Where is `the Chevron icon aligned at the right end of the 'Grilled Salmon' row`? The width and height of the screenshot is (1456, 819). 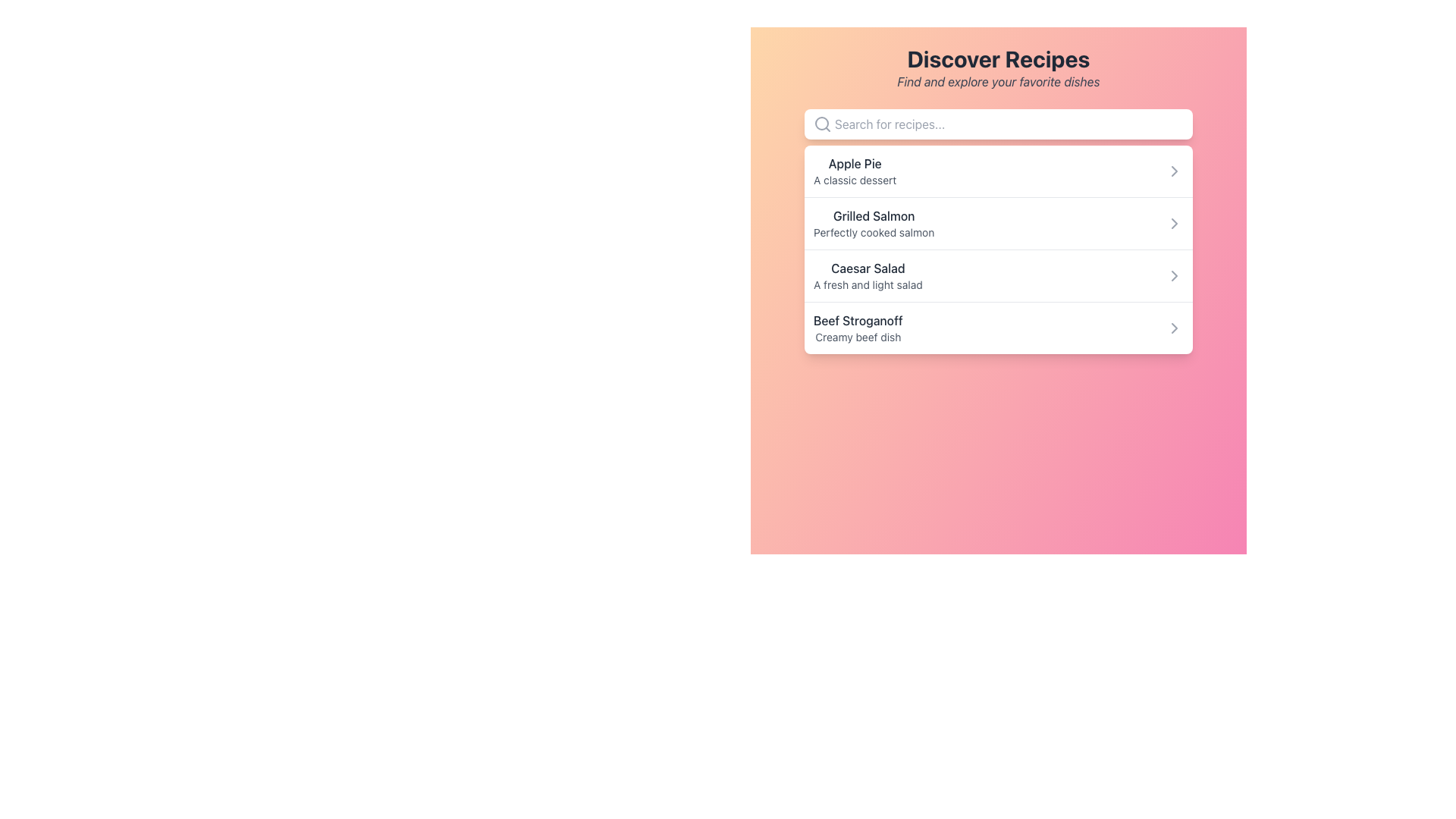
the Chevron icon aligned at the right end of the 'Grilled Salmon' row is located at coordinates (1174, 223).